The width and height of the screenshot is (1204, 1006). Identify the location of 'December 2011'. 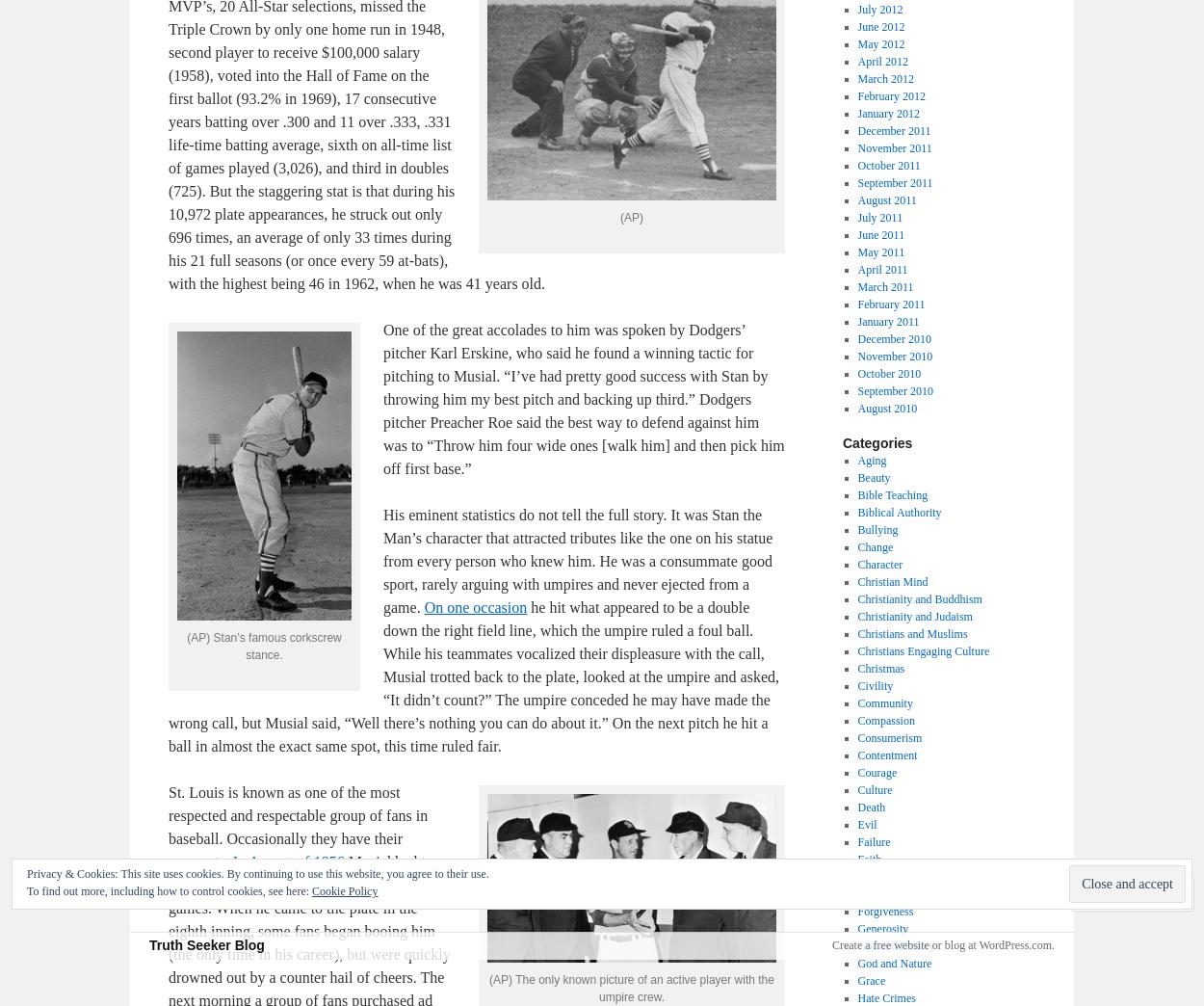
(893, 130).